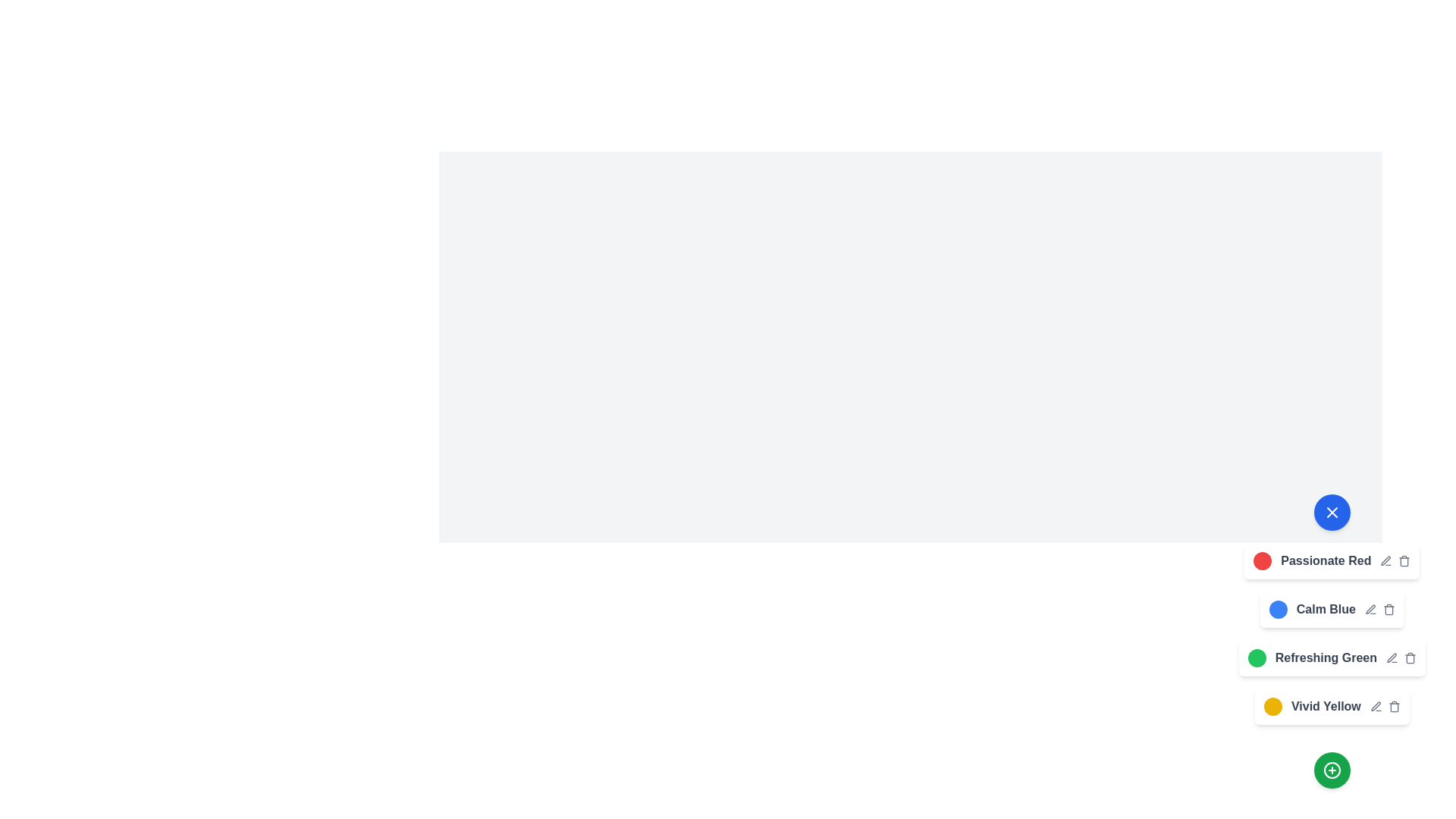  Describe the element at coordinates (1272, 707) in the screenshot. I see `the color theme Vivid Yellow from the list` at that location.